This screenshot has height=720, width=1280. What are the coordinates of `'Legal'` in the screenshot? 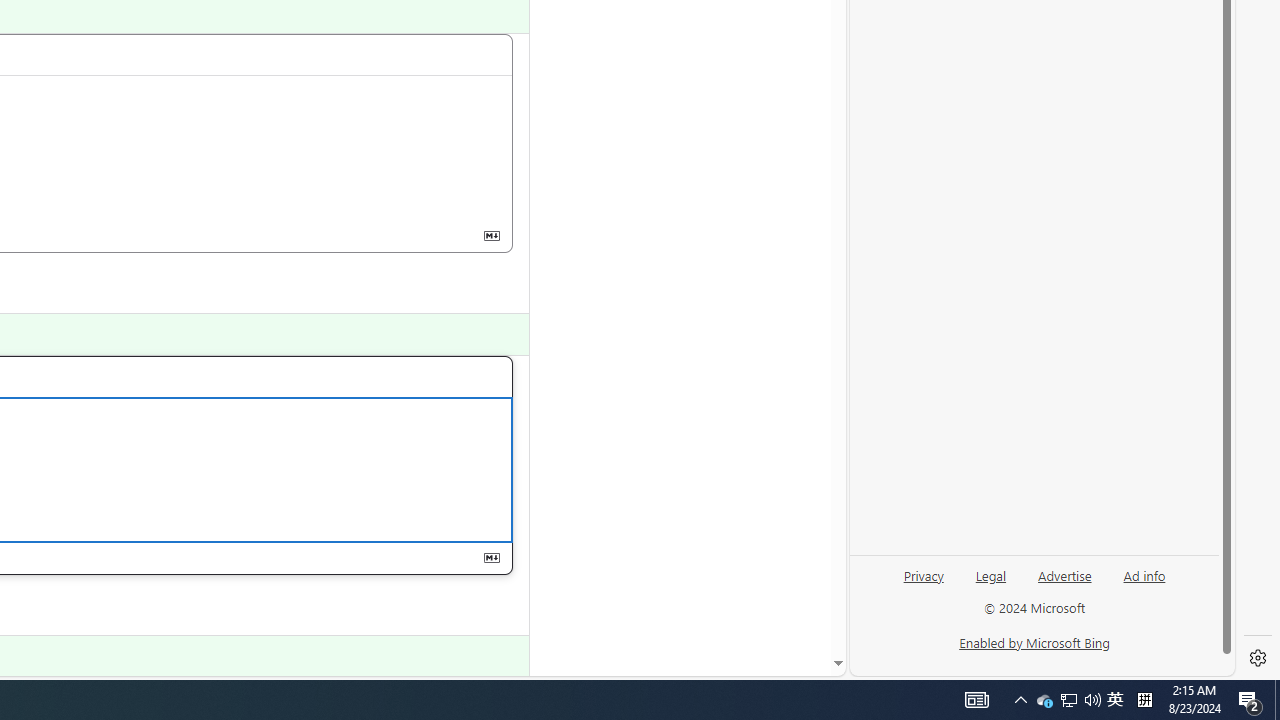 It's located at (990, 583).